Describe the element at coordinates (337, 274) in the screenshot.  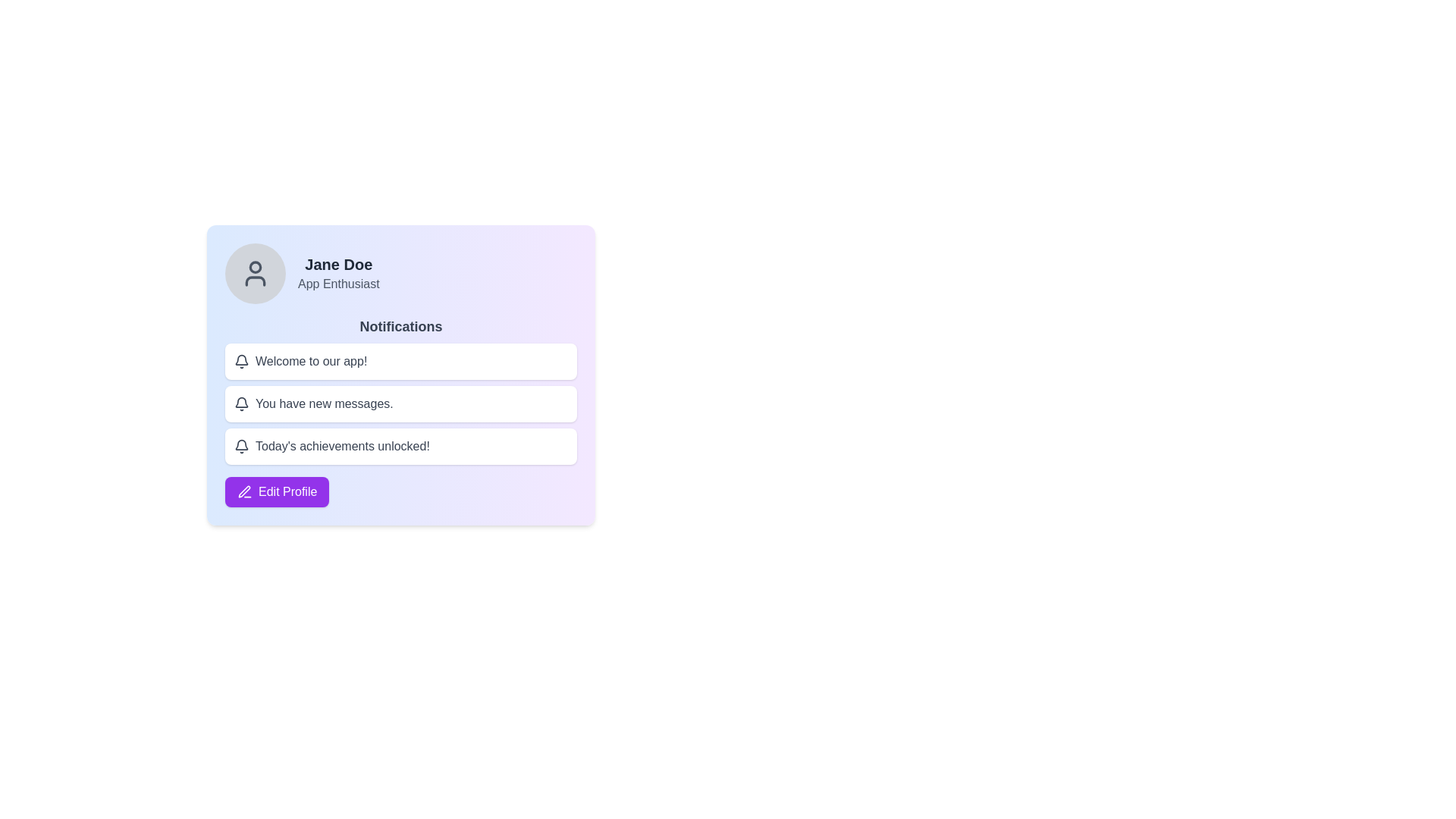
I see `the text block displaying 'Jane Doe' and 'App Enthusiast', which consists of a bold header and a subtitle, positioned on a light background in the top-left section of the content area` at that location.